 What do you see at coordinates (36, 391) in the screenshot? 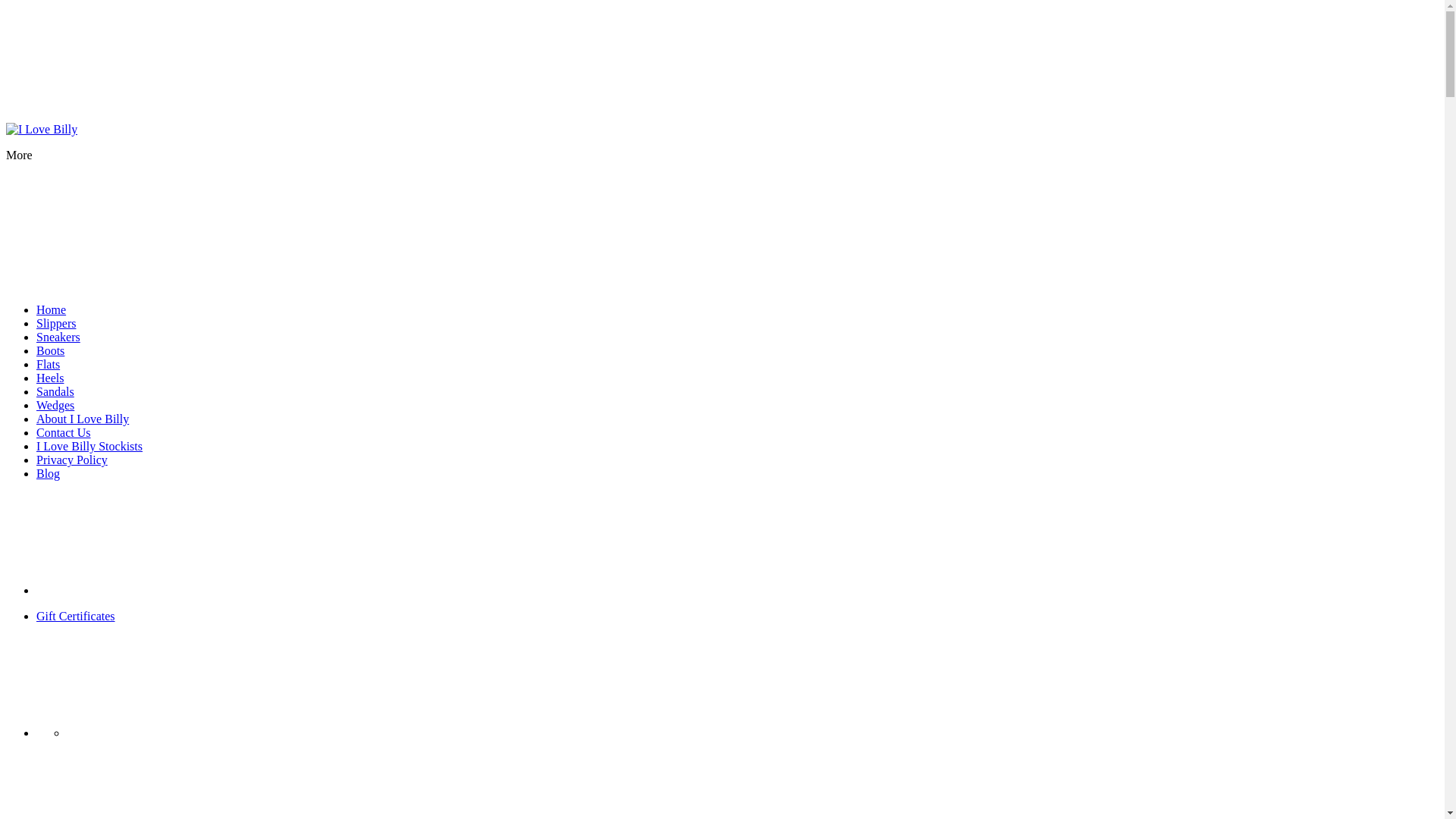
I see `'Sandals'` at bounding box center [36, 391].